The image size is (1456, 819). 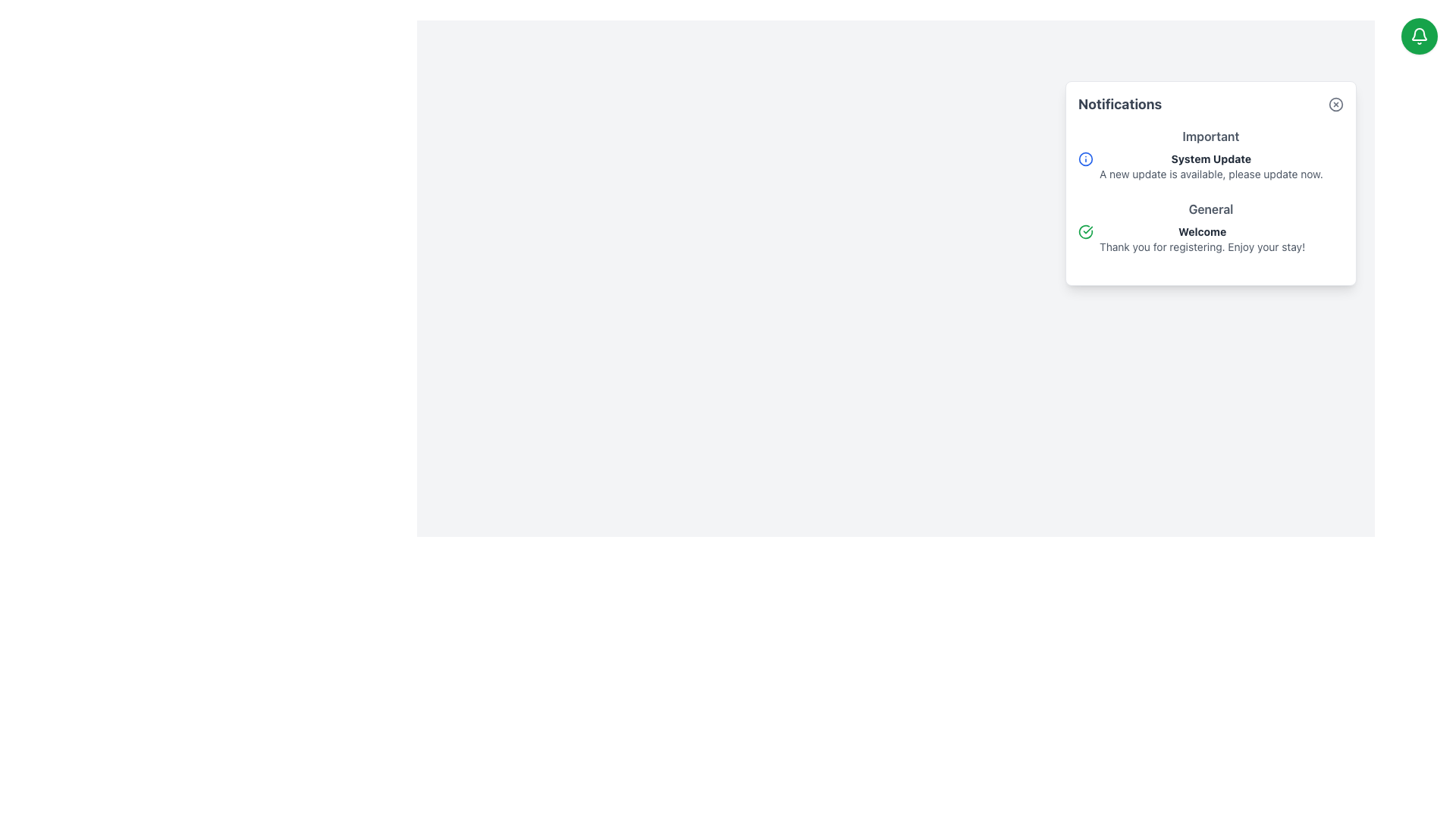 I want to click on the green circular checkmark icon located to the left of the 'Welcome' message in the notification panel, so click(x=1084, y=231).